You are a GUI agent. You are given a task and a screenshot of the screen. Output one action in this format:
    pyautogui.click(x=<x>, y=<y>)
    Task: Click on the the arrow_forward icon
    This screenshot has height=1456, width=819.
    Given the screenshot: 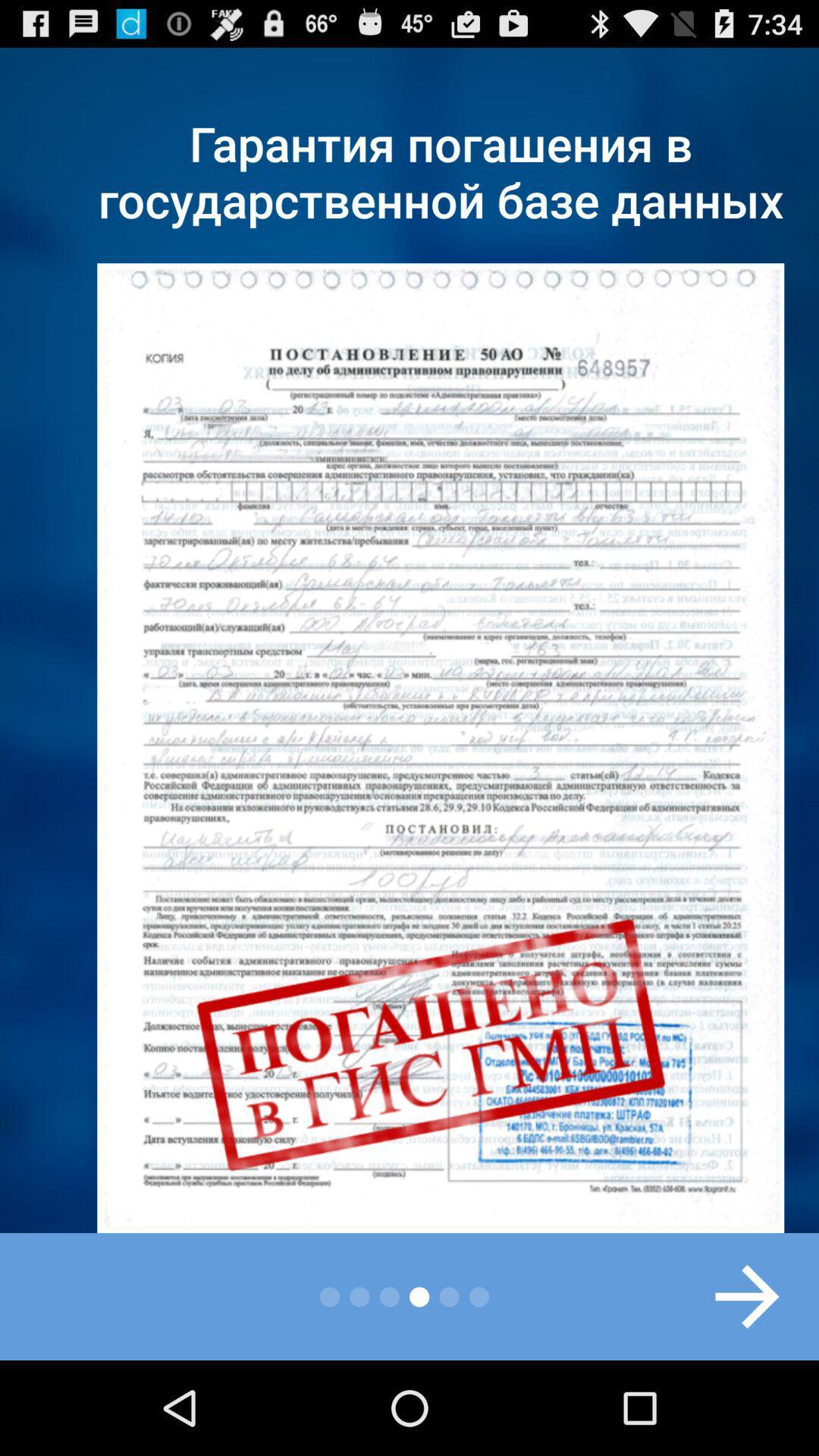 What is the action you would take?
    pyautogui.click(x=730, y=1388)
    